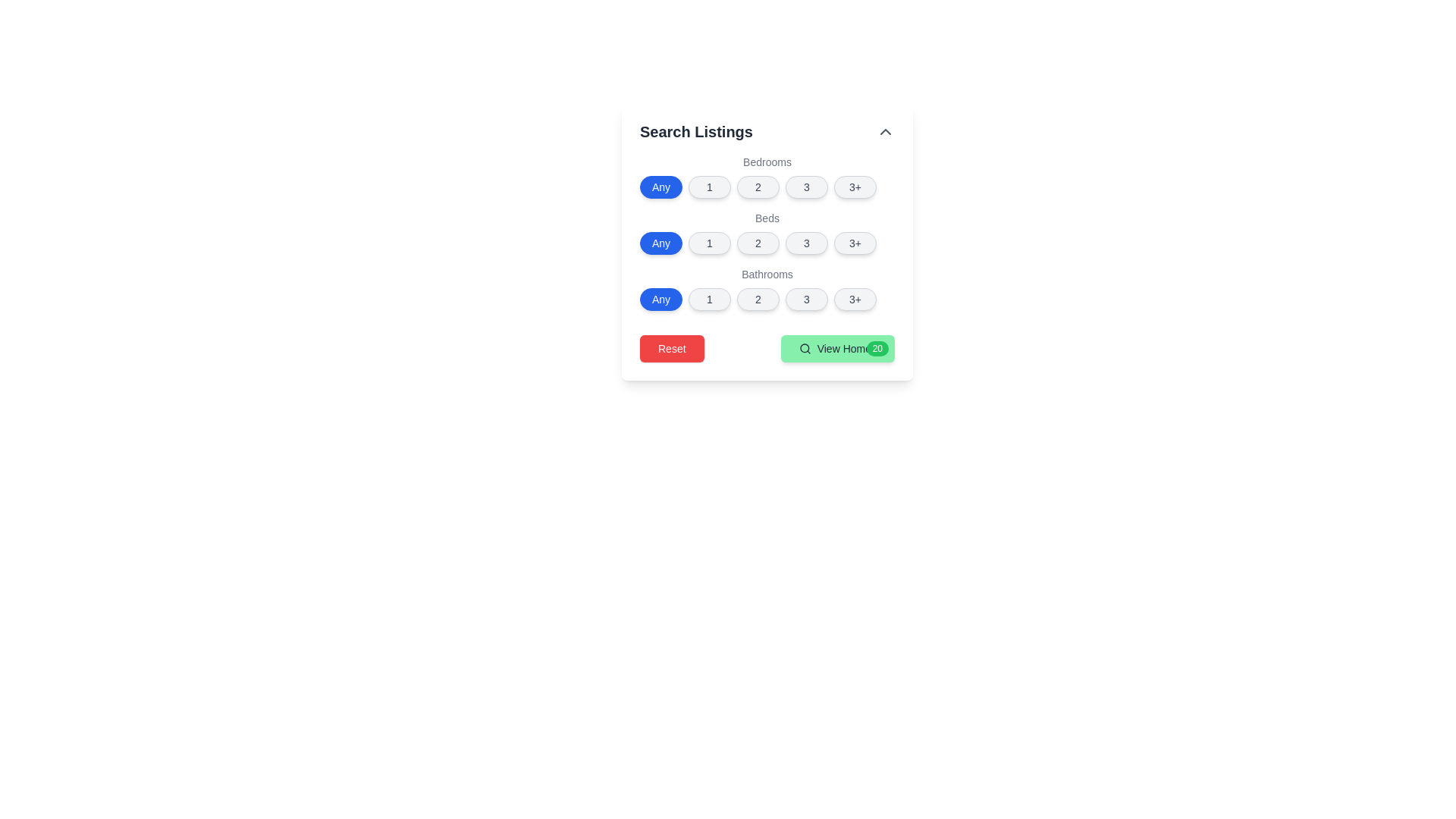 This screenshot has width=1456, height=819. Describe the element at coordinates (709, 242) in the screenshot. I see `the small rectangular button containing the number '1'` at that location.